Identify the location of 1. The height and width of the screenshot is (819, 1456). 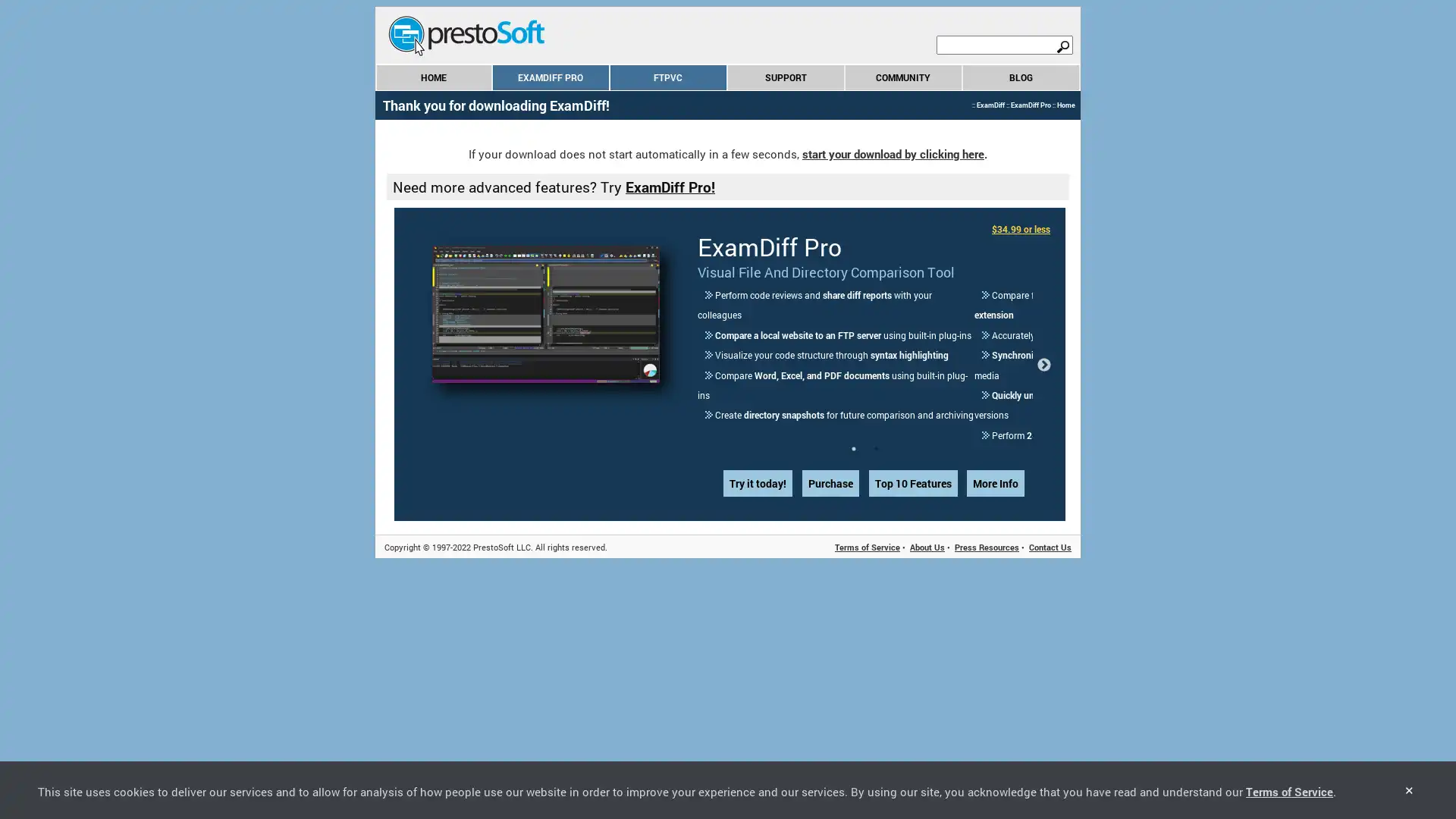
(854, 388).